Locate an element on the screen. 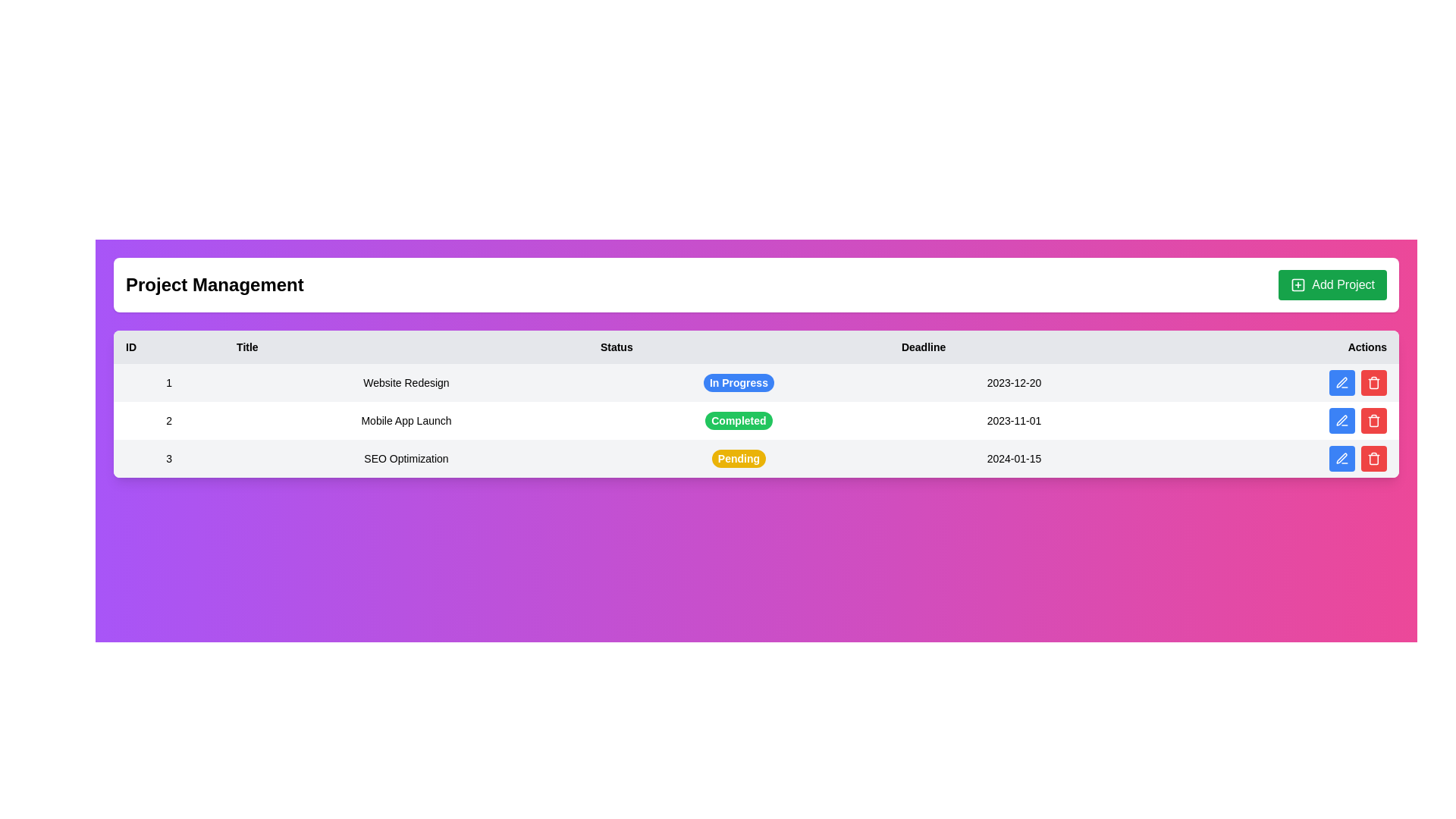 The image size is (1456, 819). the edit button located in the 'Actions' column of the row for 'Mobile App Launch' is located at coordinates (1342, 421).